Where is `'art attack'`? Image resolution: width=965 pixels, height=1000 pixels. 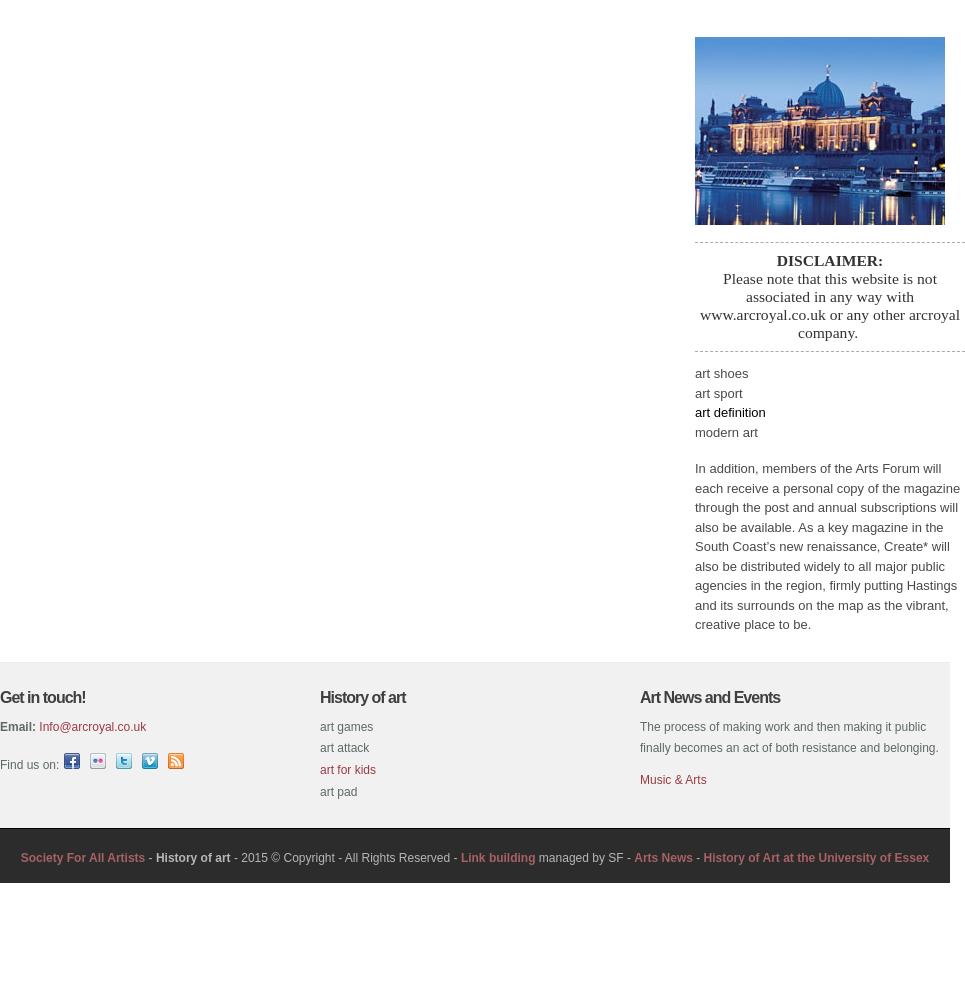
'art attack' is located at coordinates (344, 747).